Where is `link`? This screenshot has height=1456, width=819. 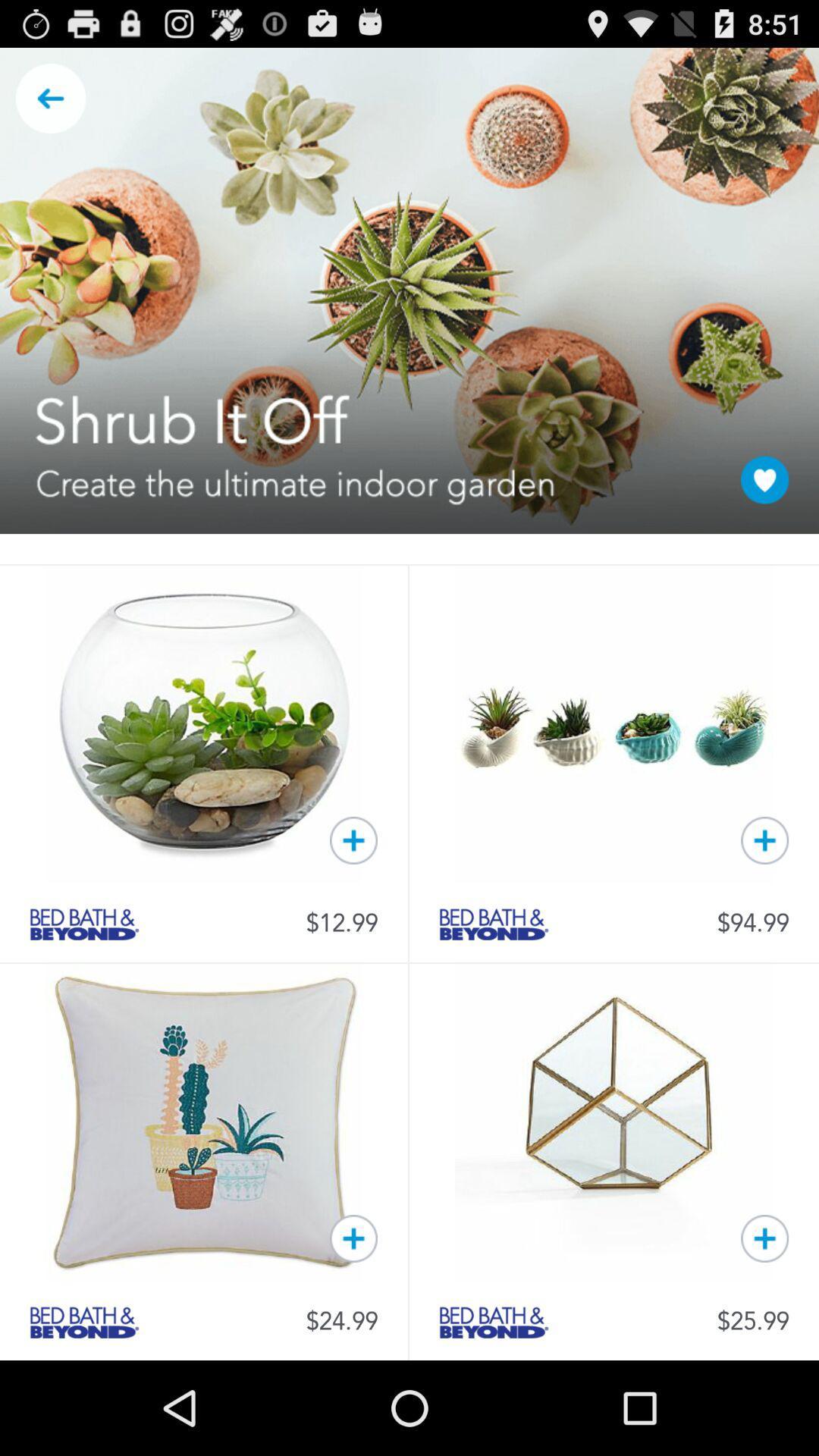
link is located at coordinates (84, 924).